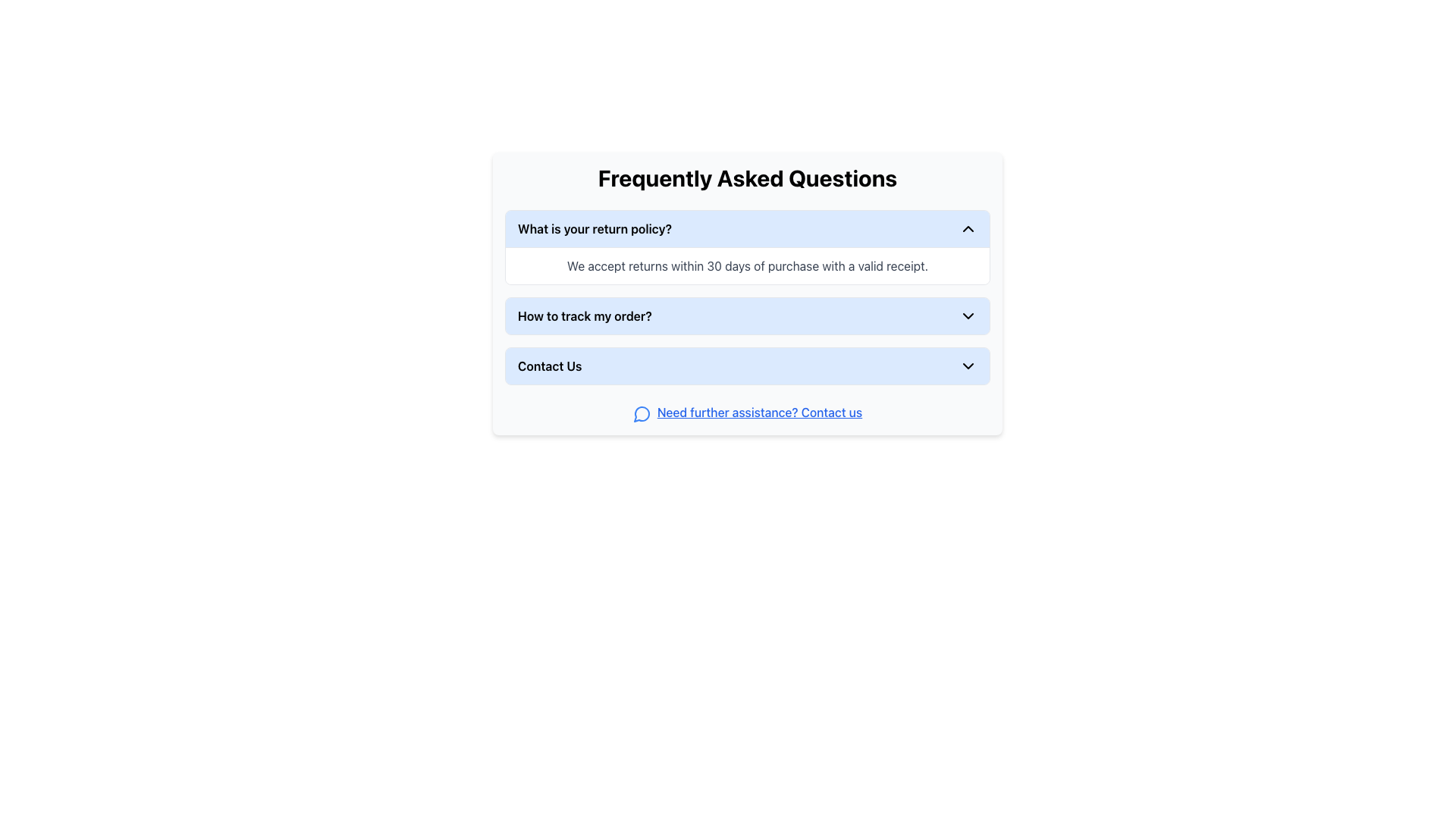 This screenshot has width=1456, height=819. Describe the element at coordinates (747, 228) in the screenshot. I see `the first question item in the 'Frequently Asked Questions' section` at that location.